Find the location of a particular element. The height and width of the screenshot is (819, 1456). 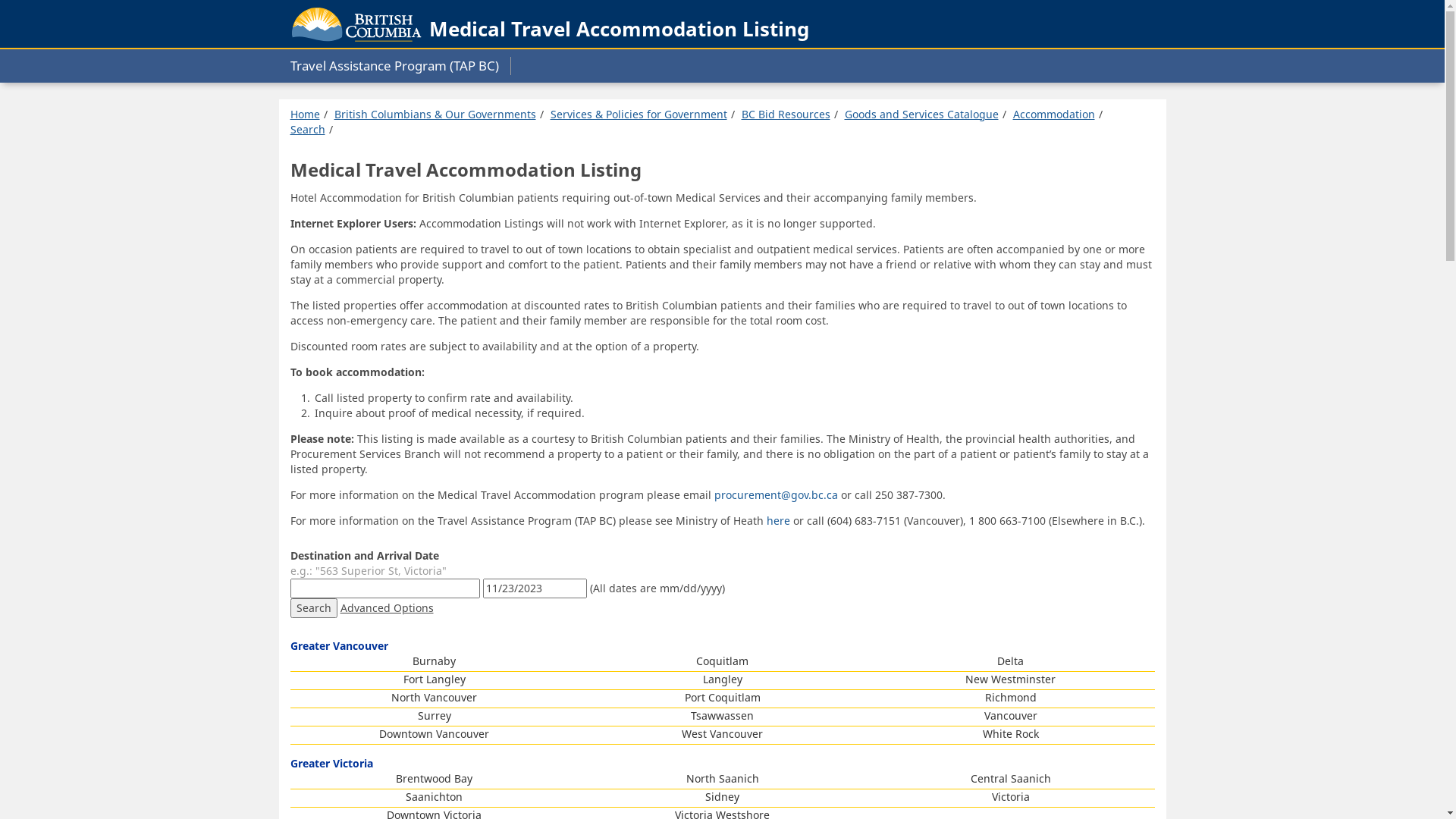

'Search' is located at coordinates (290, 128).